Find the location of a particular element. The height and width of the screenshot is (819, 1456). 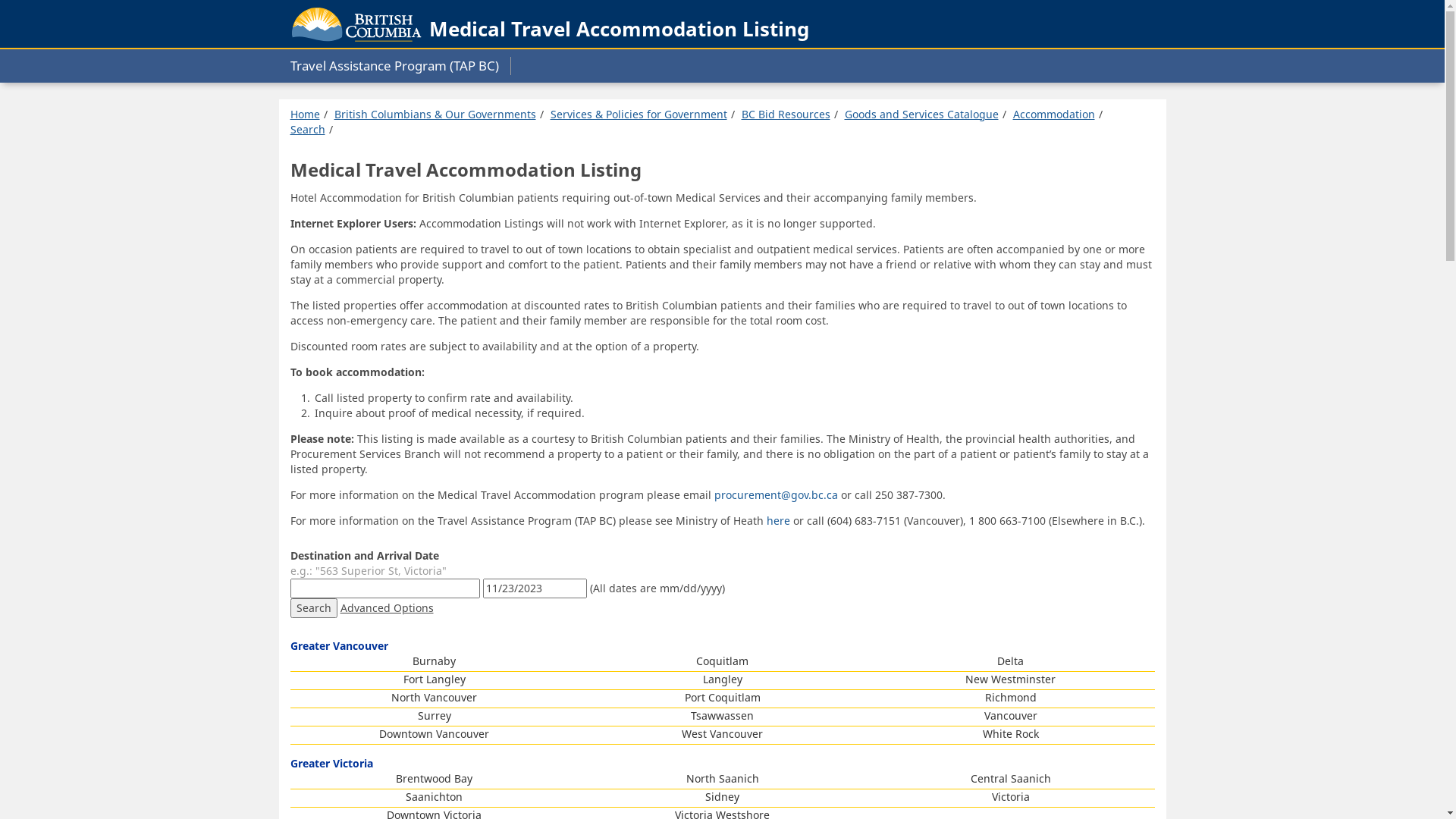

'Search' is located at coordinates (290, 128).